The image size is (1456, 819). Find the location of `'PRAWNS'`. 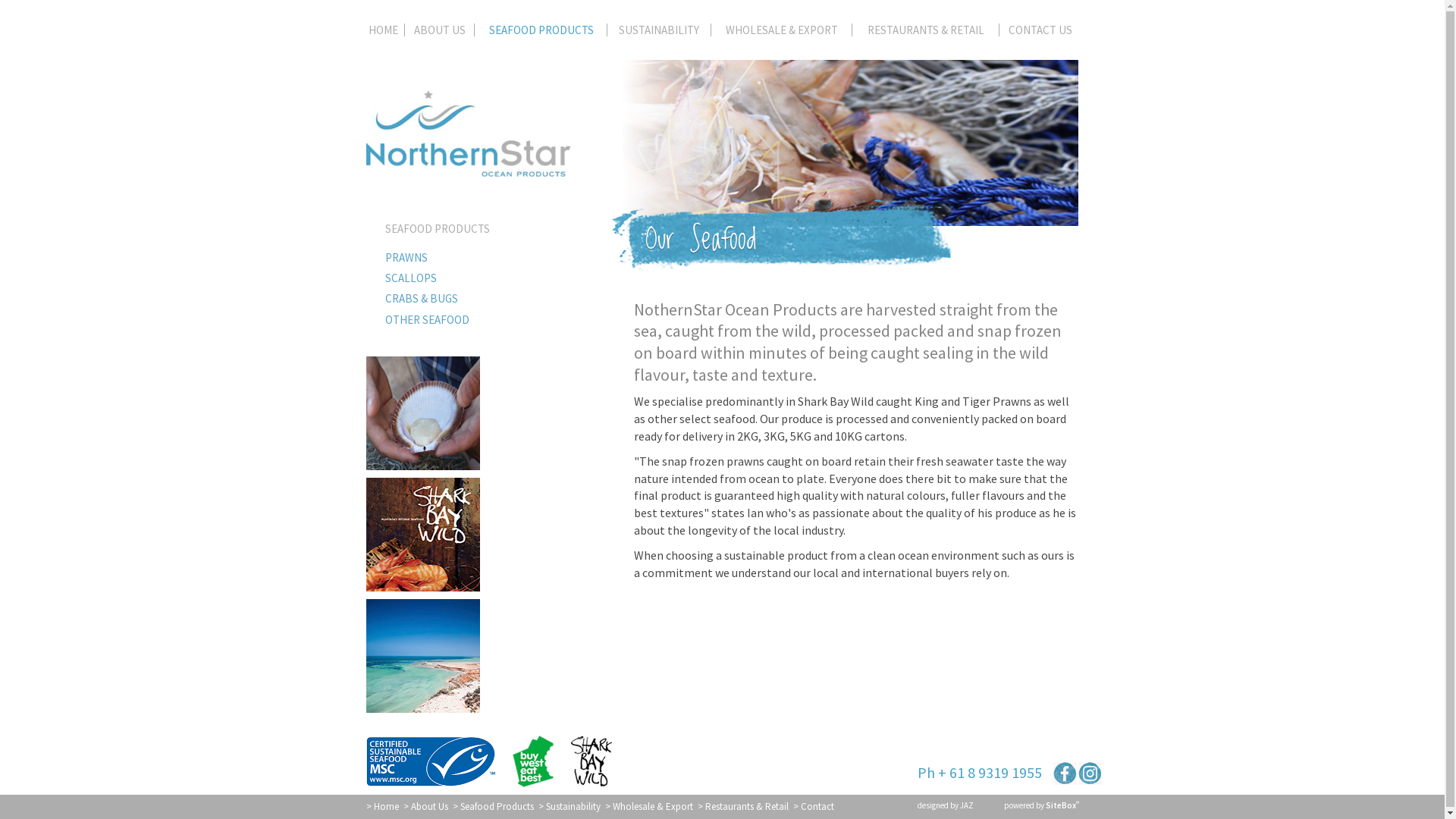

'PRAWNS' is located at coordinates (365, 256).